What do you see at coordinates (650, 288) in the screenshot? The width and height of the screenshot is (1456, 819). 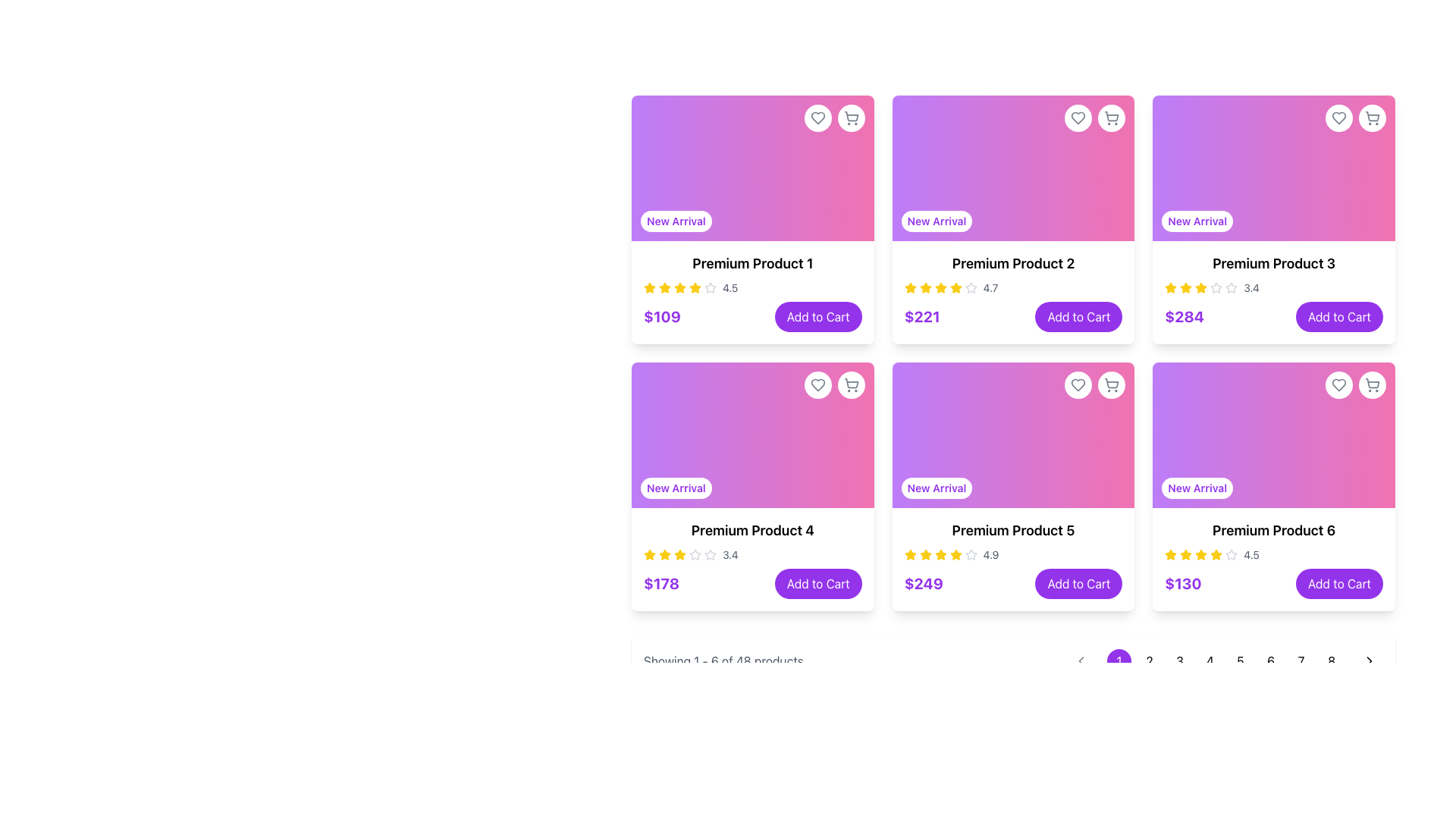 I see `the first star icon in the rating group for 'Premium Product 1' located in the top-left card among a grid of cards` at bounding box center [650, 288].